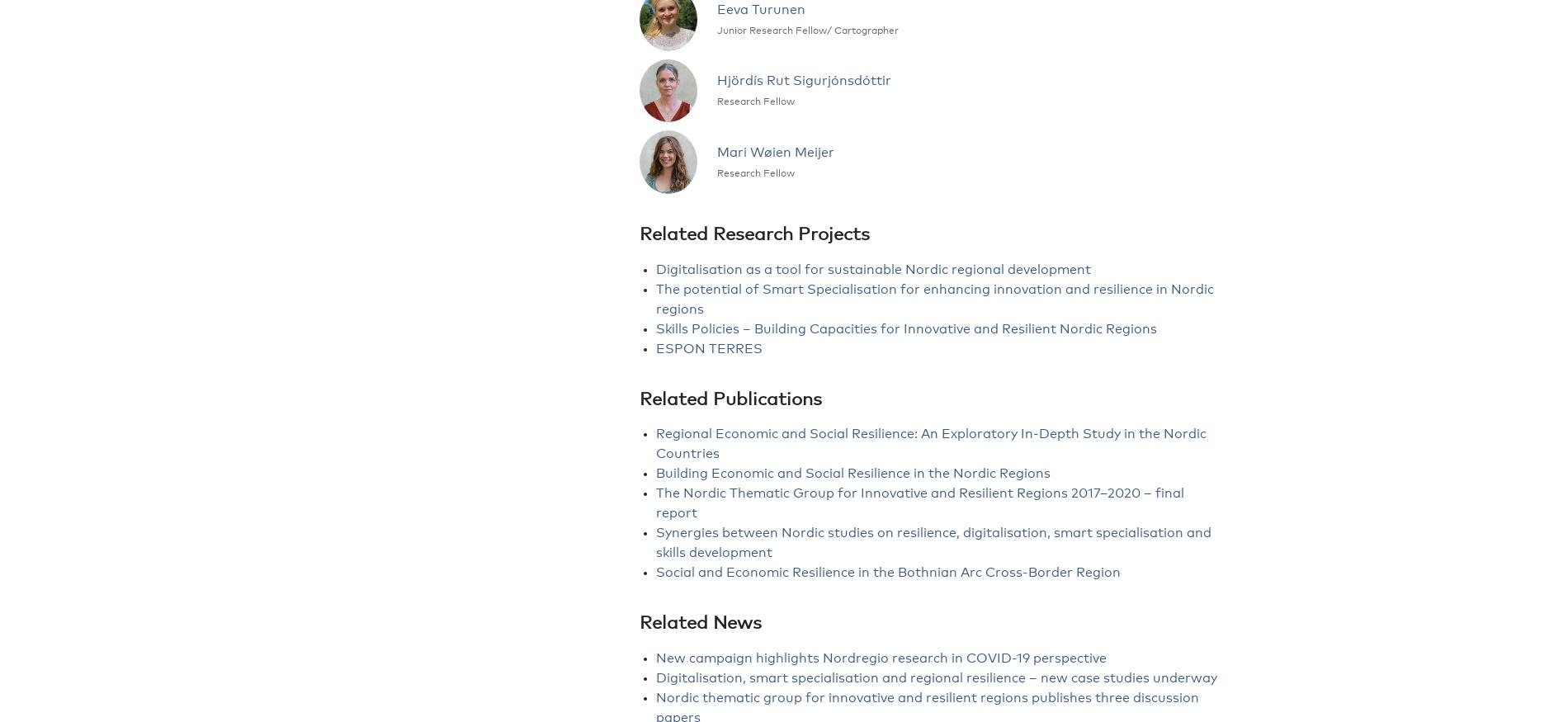 The image size is (1568, 722). Describe the element at coordinates (808, 30) in the screenshot. I see `'Junior Research Fellow/ Cartographer'` at that location.